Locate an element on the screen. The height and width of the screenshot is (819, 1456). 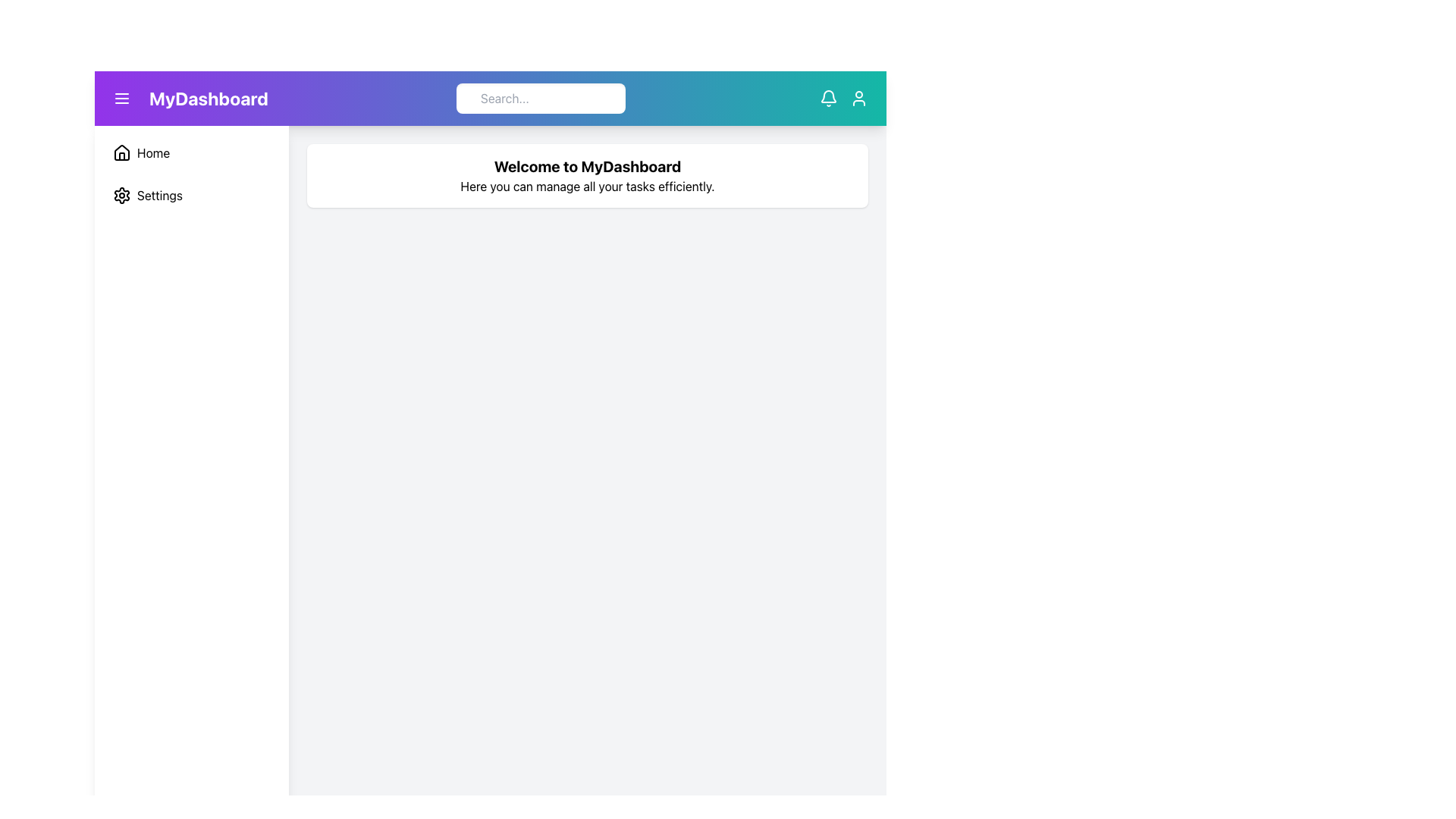
the 'Settings' button in the vertical navigation menu by is located at coordinates (191, 195).